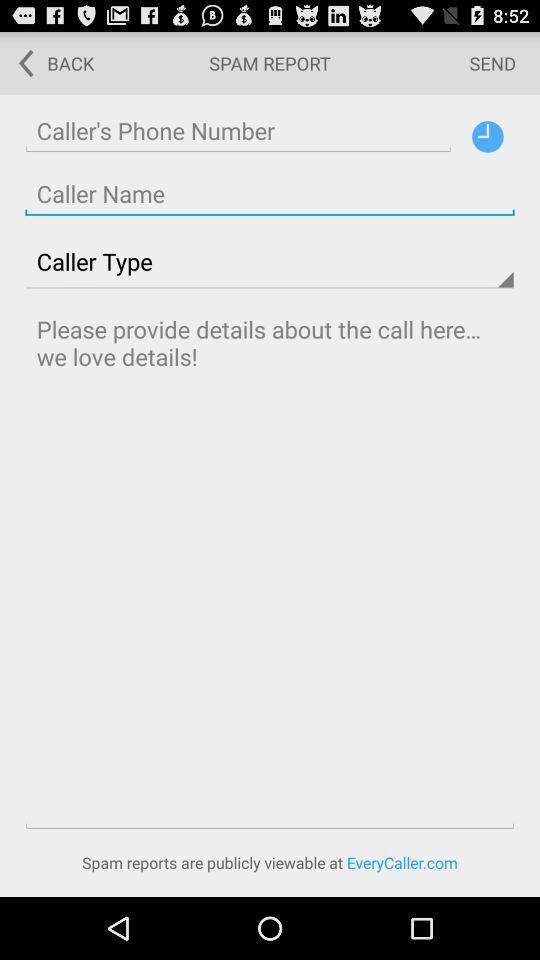 The height and width of the screenshot is (960, 540). Describe the element at coordinates (238, 129) in the screenshot. I see `phone number` at that location.